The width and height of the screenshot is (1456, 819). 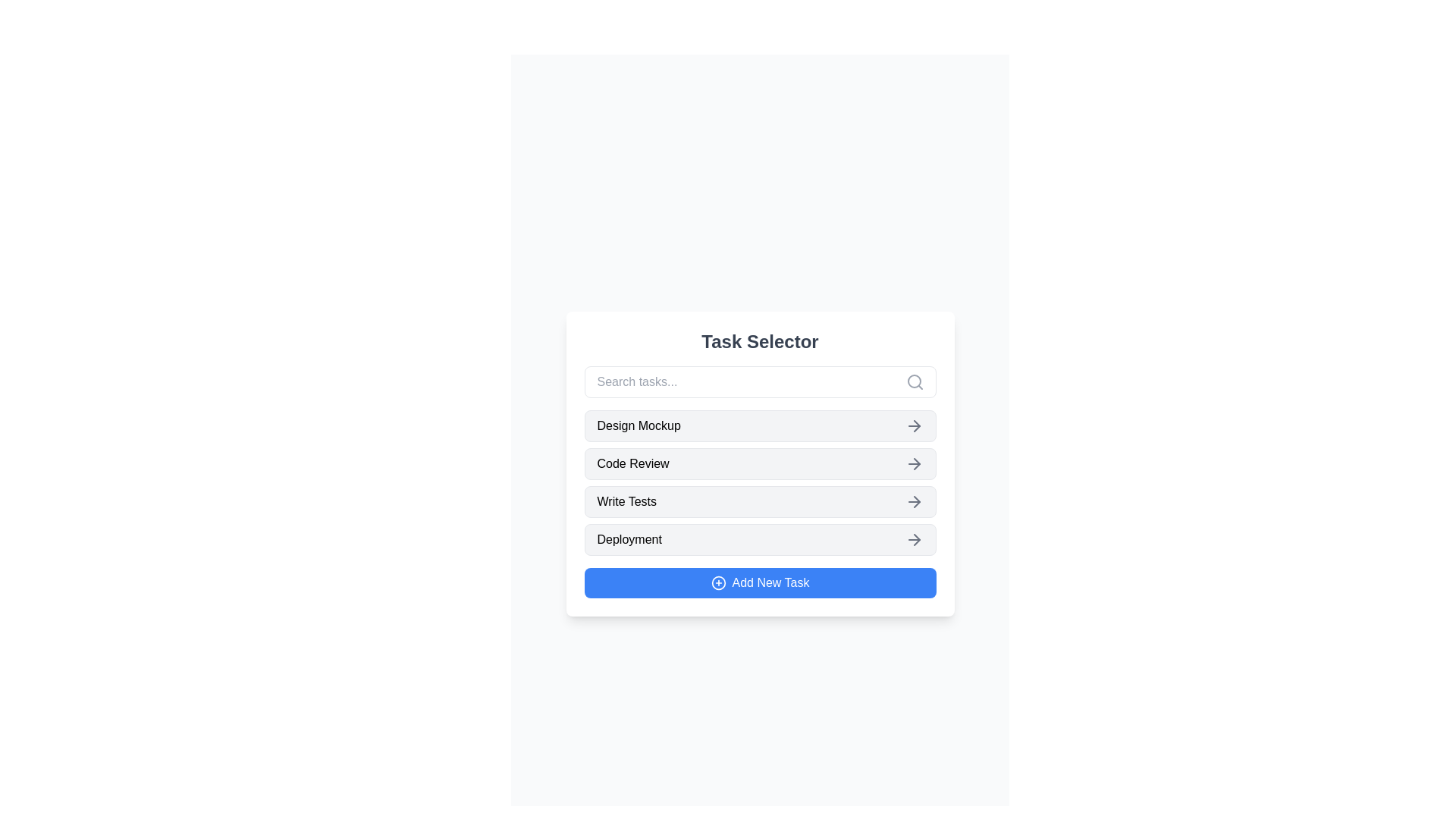 I want to click on the task items in the 'Task Selector' list, so click(x=760, y=482).